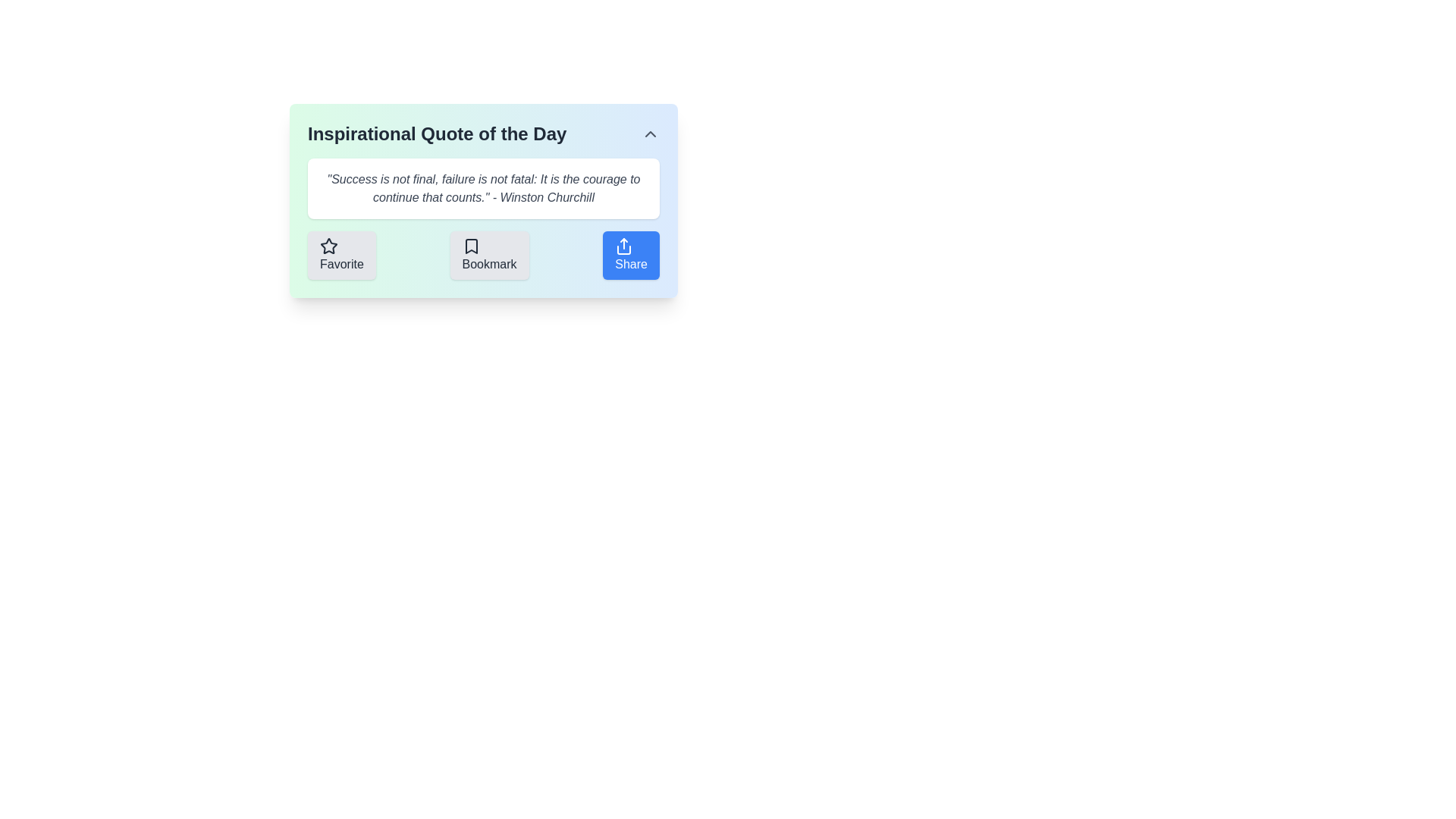 The image size is (1456, 819). I want to click on the 'Inspirational Quote of the Day' header, so click(483, 133).